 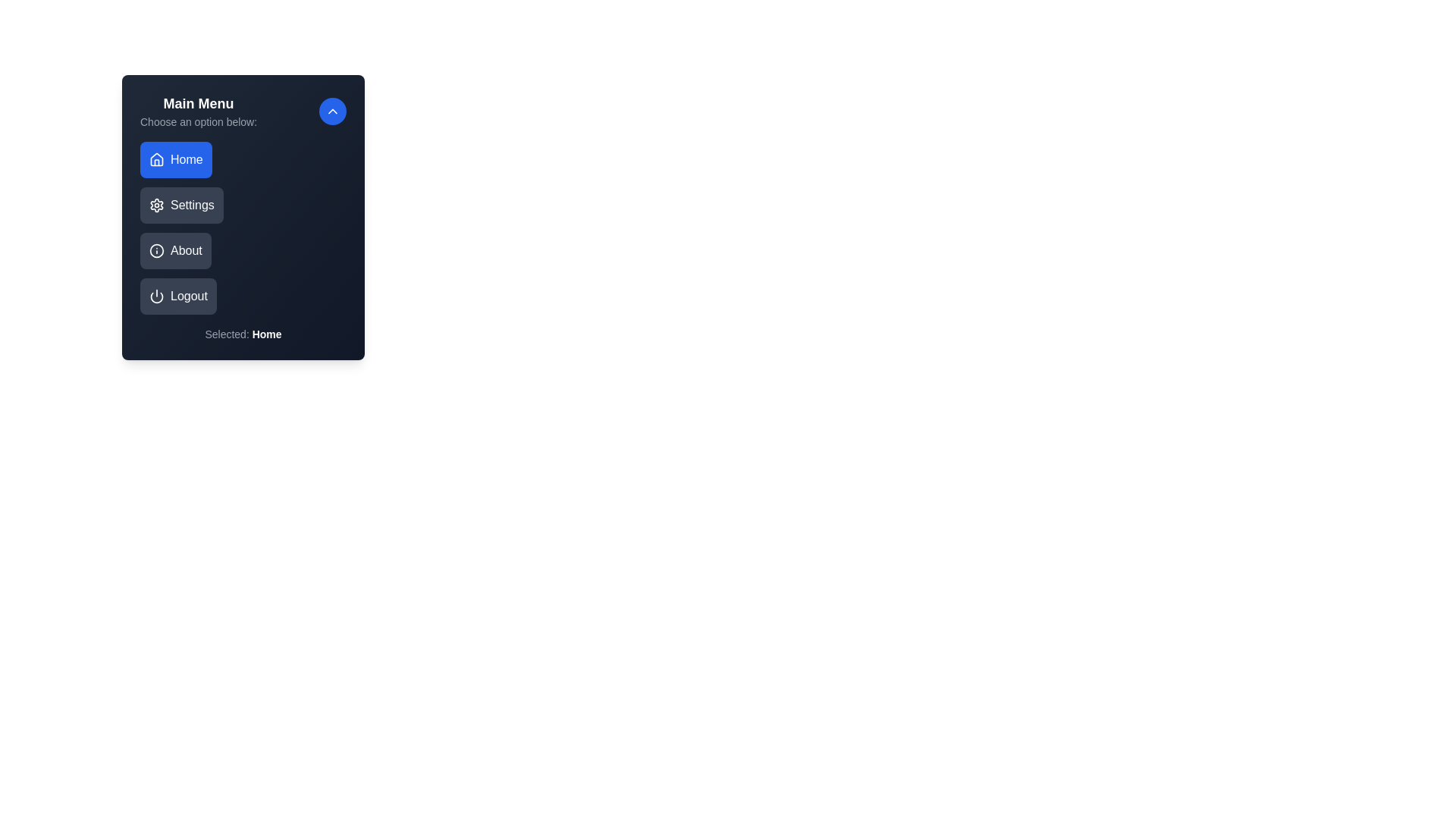 I want to click on the circular icon graphic located to the left of the 'About' text in the main menu, which helps to visually distinguish this menu option, so click(x=156, y=250).